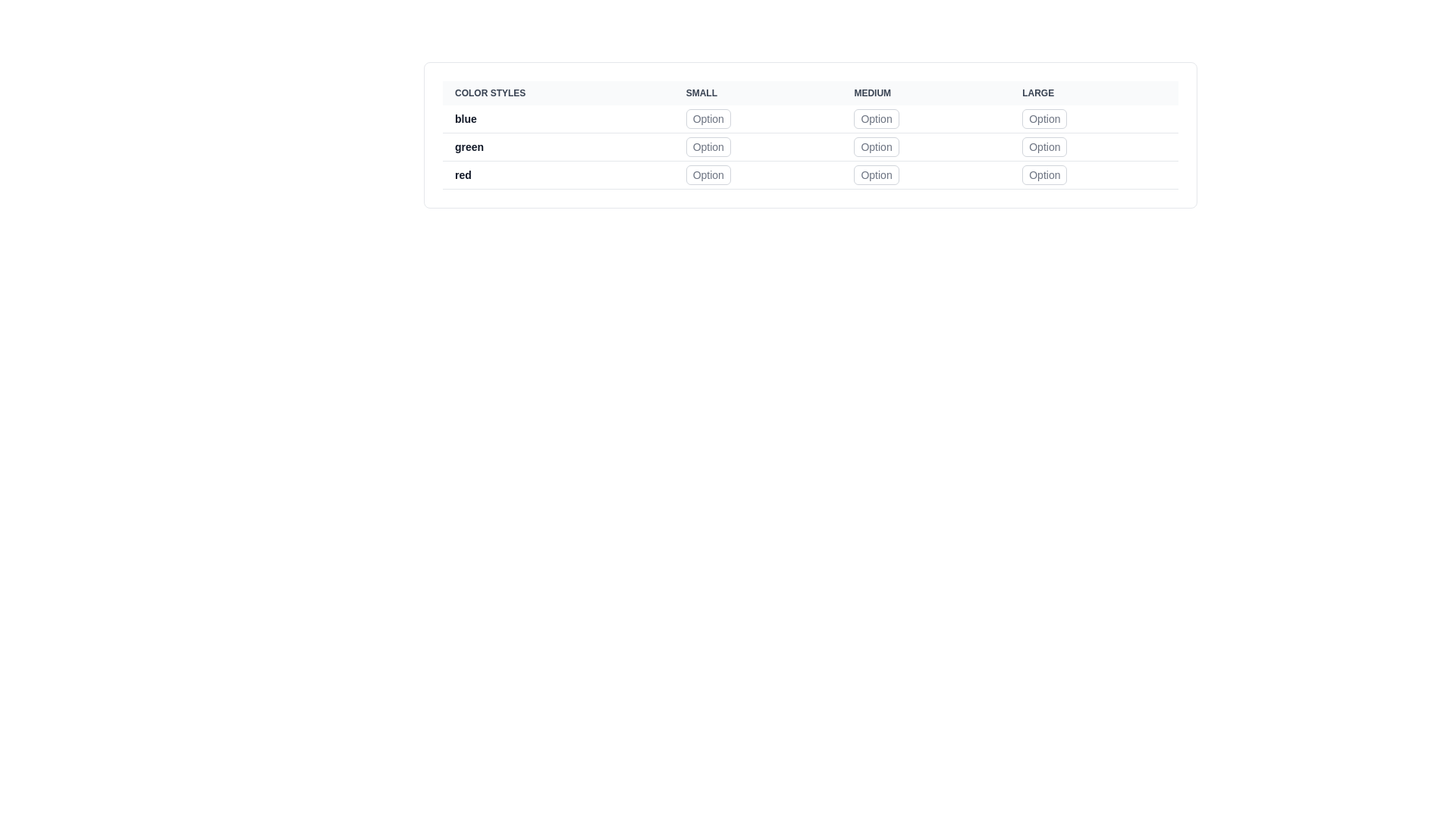 The image size is (1456, 819). What do you see at coordinates (1043, 174) in the screenshot?
I see `the button labeled 'Option' with a light red background located in the third row under the 'Large' column` at bounding box center [1043, 174].